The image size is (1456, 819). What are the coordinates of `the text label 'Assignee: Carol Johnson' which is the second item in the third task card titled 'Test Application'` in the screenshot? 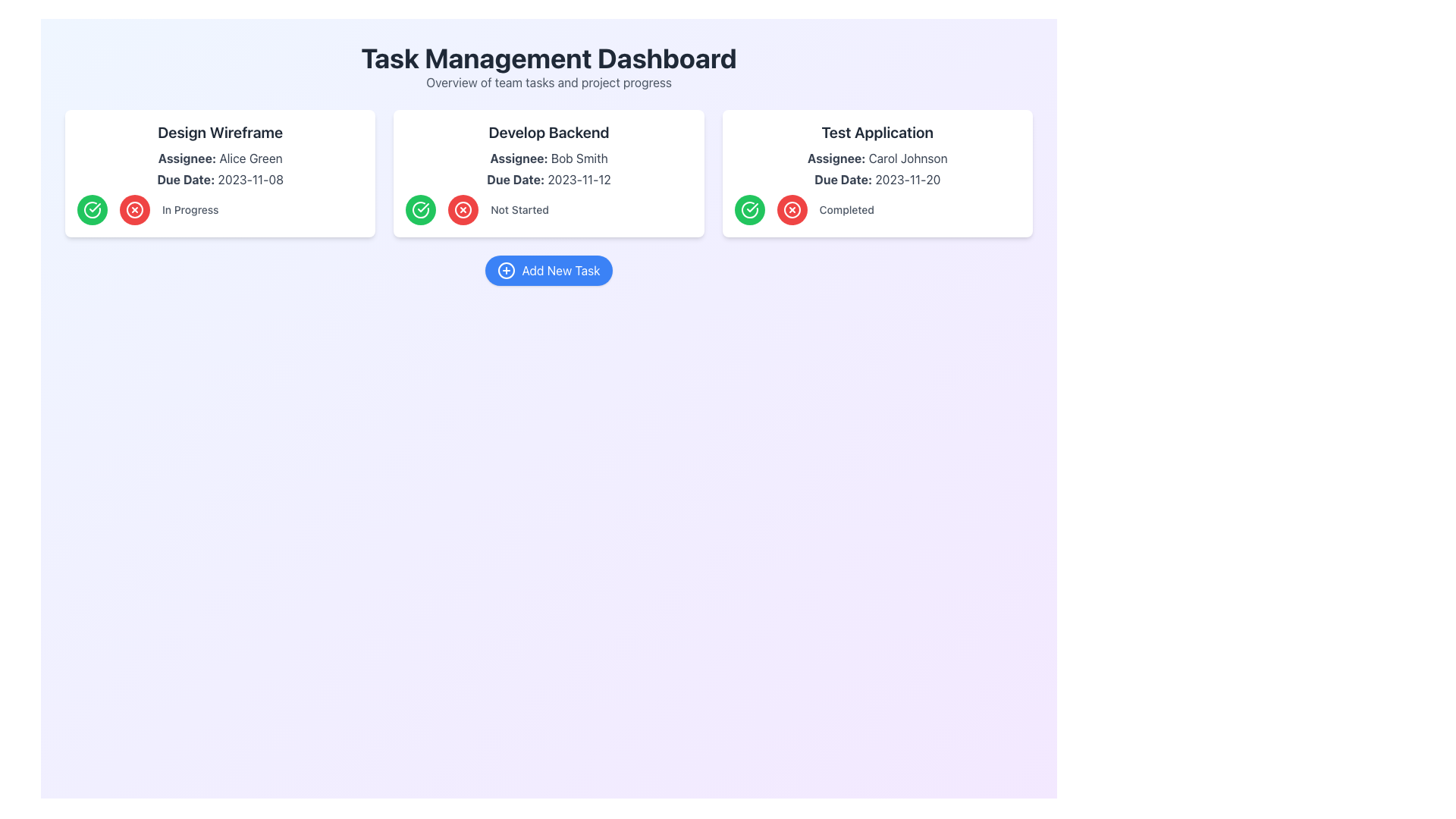 It's located at (877, 158).